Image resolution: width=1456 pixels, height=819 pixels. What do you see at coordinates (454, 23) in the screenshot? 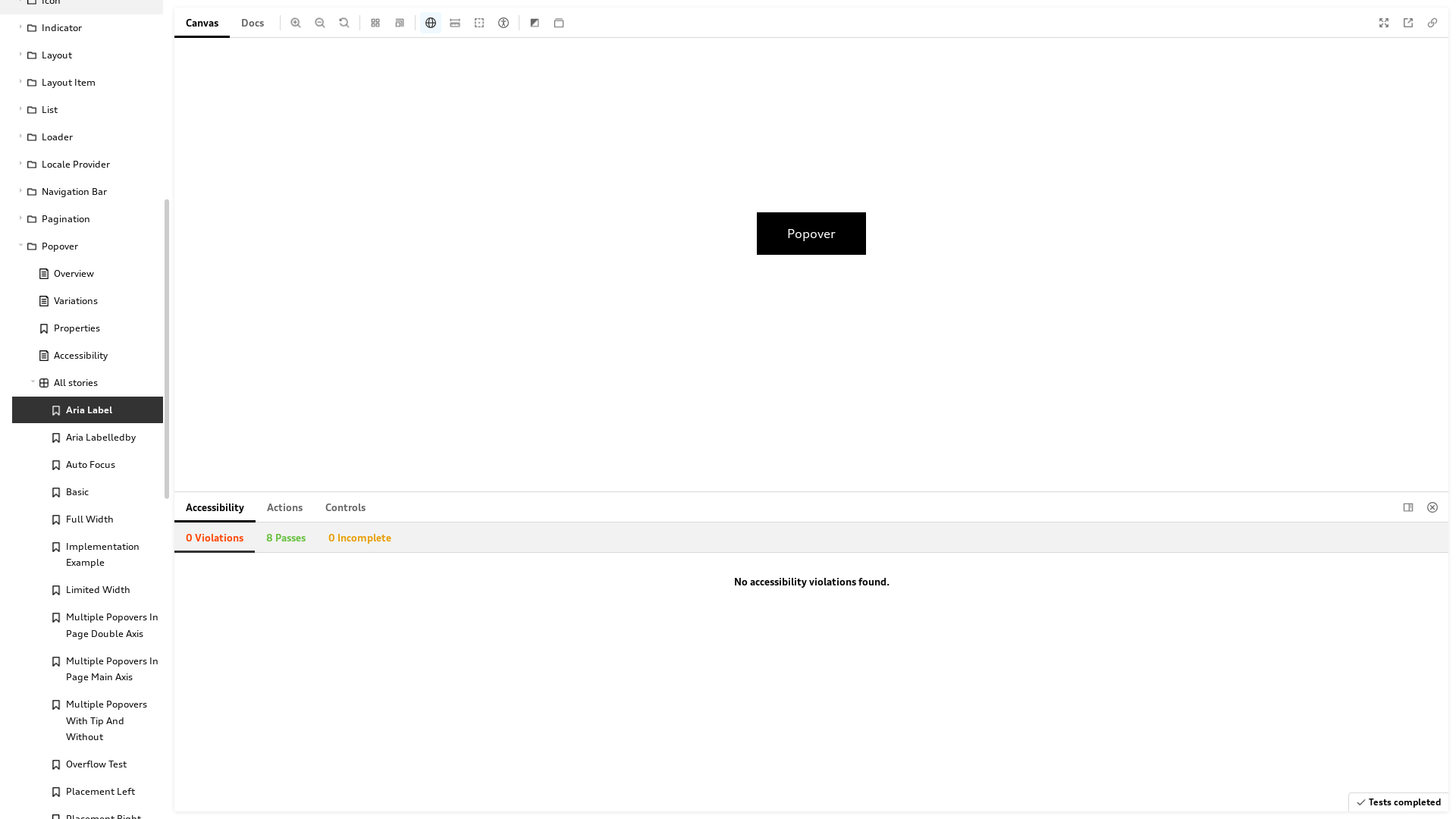
I see `'Enable measure'` at bounding box center [454, 23].